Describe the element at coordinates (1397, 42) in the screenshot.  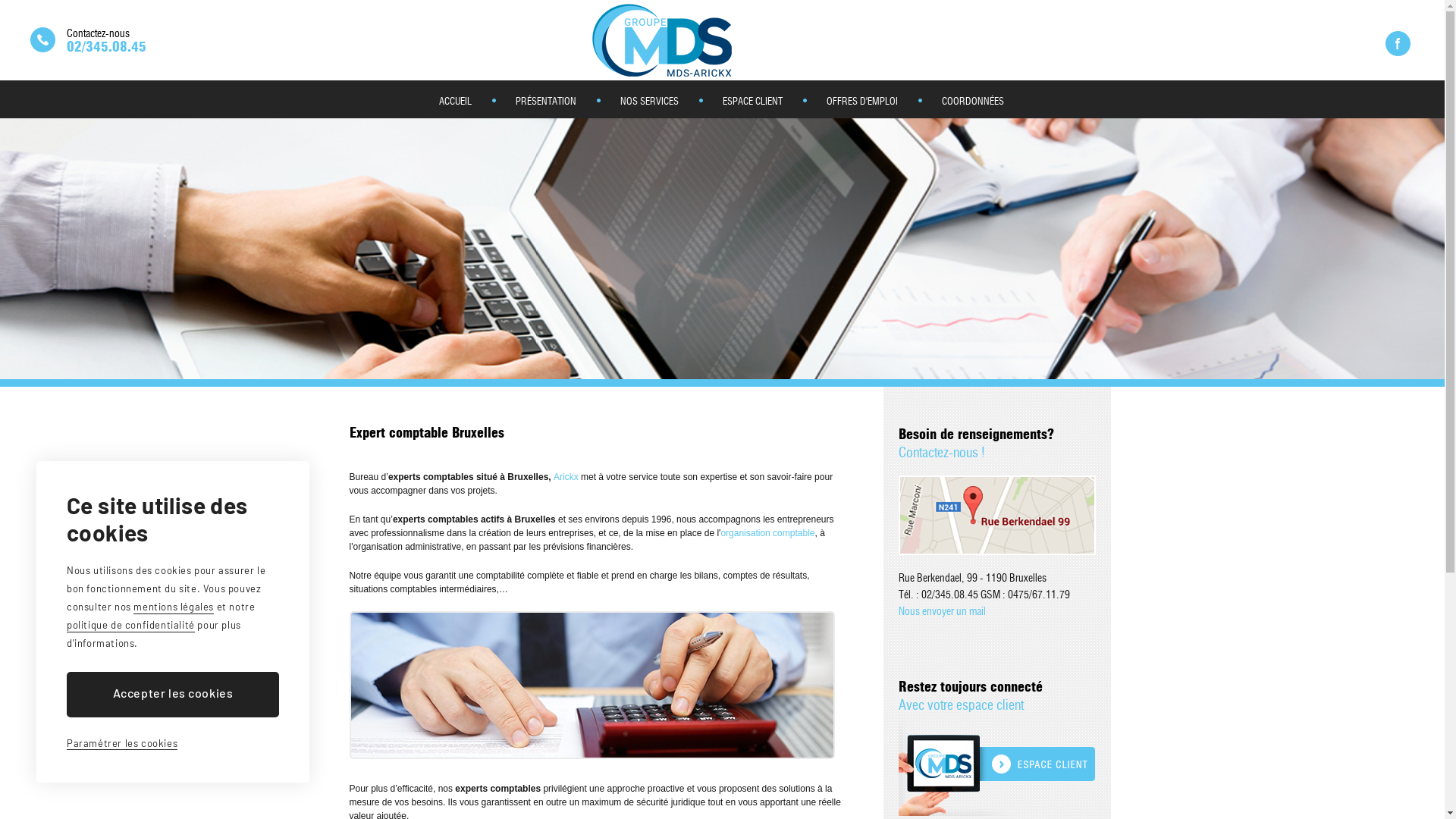
I see `'Rejoignez notre page Facebook'` at that location.